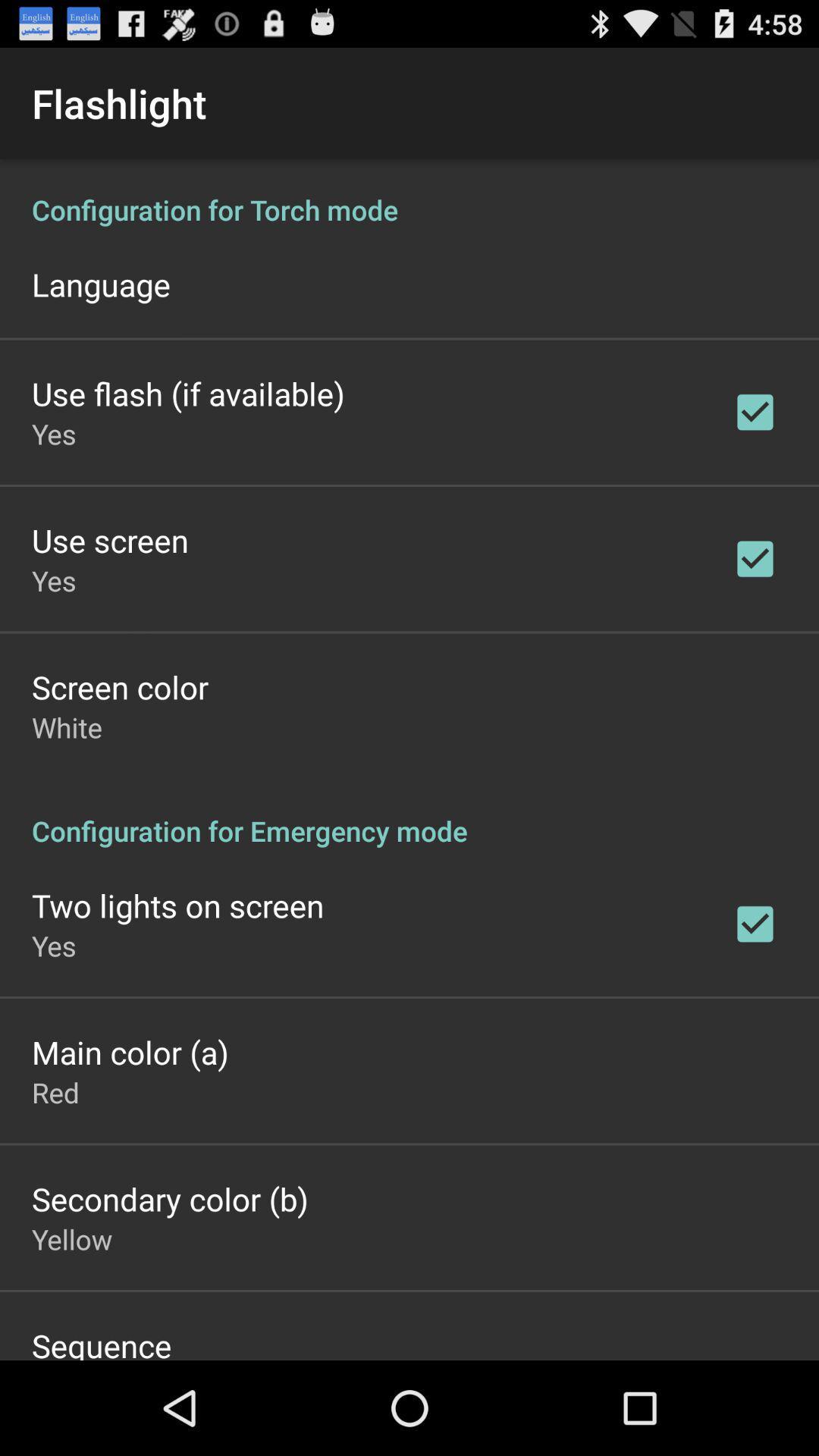 The width and height of the screenshot is (819, 1456). What do you see at coordinates (101, 284) in the screenshot?
I see `the language icon` at bounding box center [101, 284].